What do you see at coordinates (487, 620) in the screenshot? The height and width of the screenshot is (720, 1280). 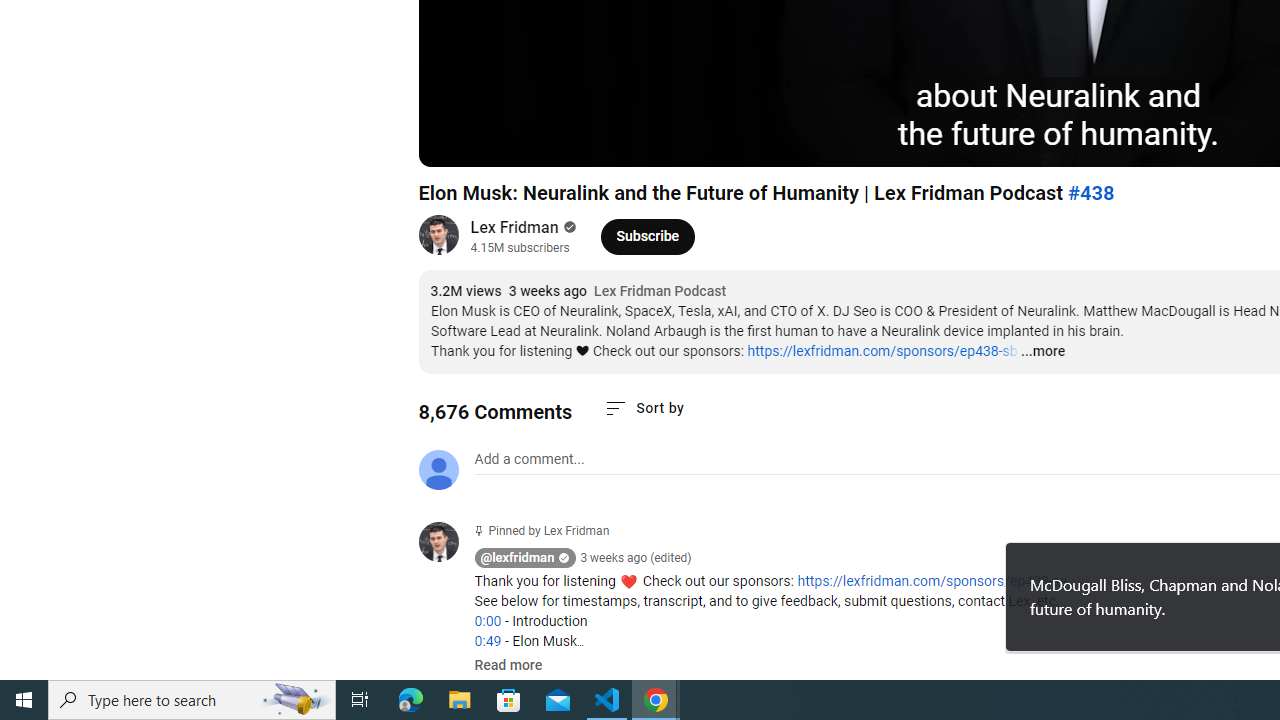 I see `'0:00'` at bounding box center [487, 620].